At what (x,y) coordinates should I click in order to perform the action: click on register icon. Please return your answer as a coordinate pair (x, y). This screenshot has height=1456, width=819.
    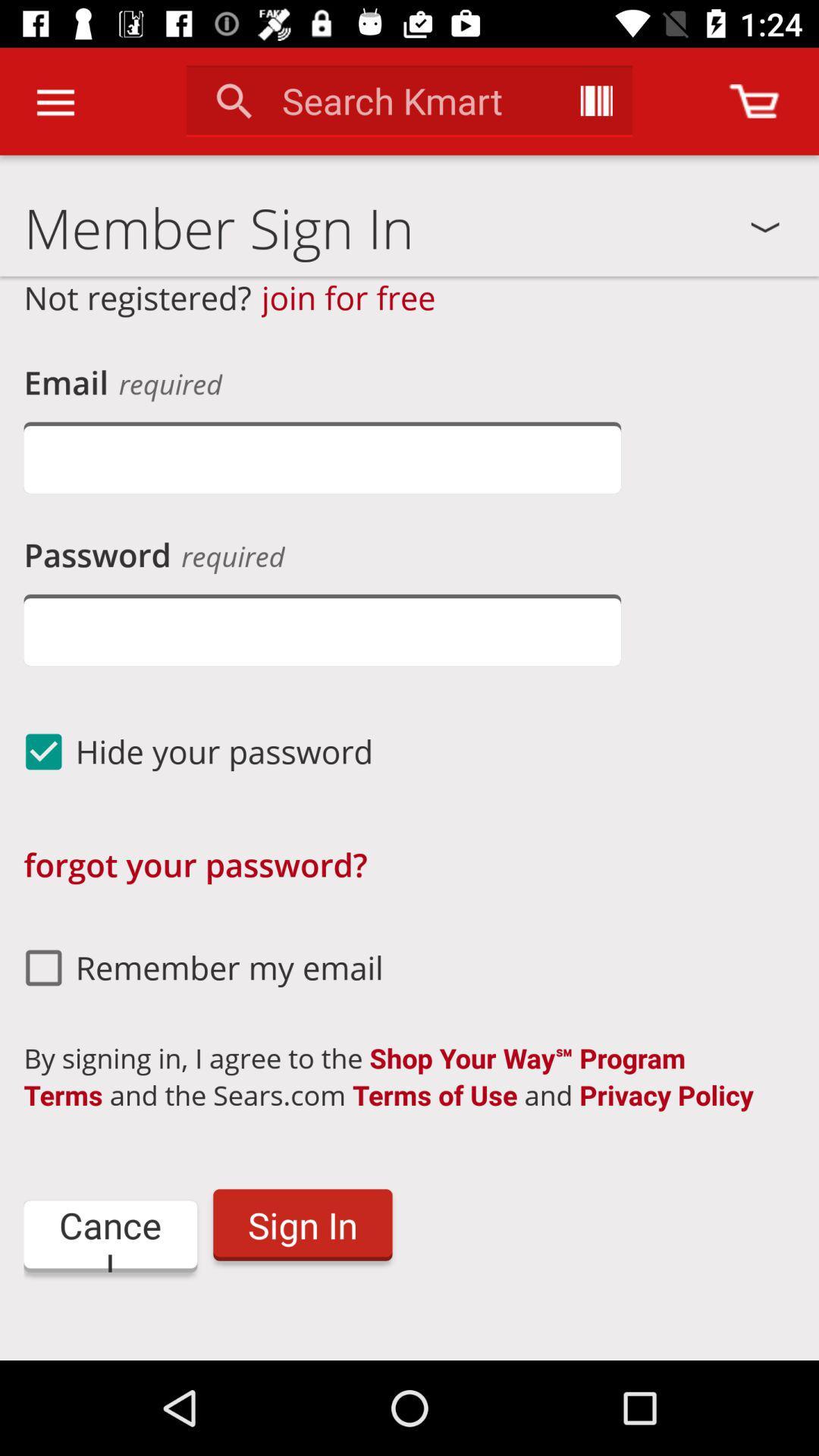
    Looking at the image, I should click on (409, 1341).